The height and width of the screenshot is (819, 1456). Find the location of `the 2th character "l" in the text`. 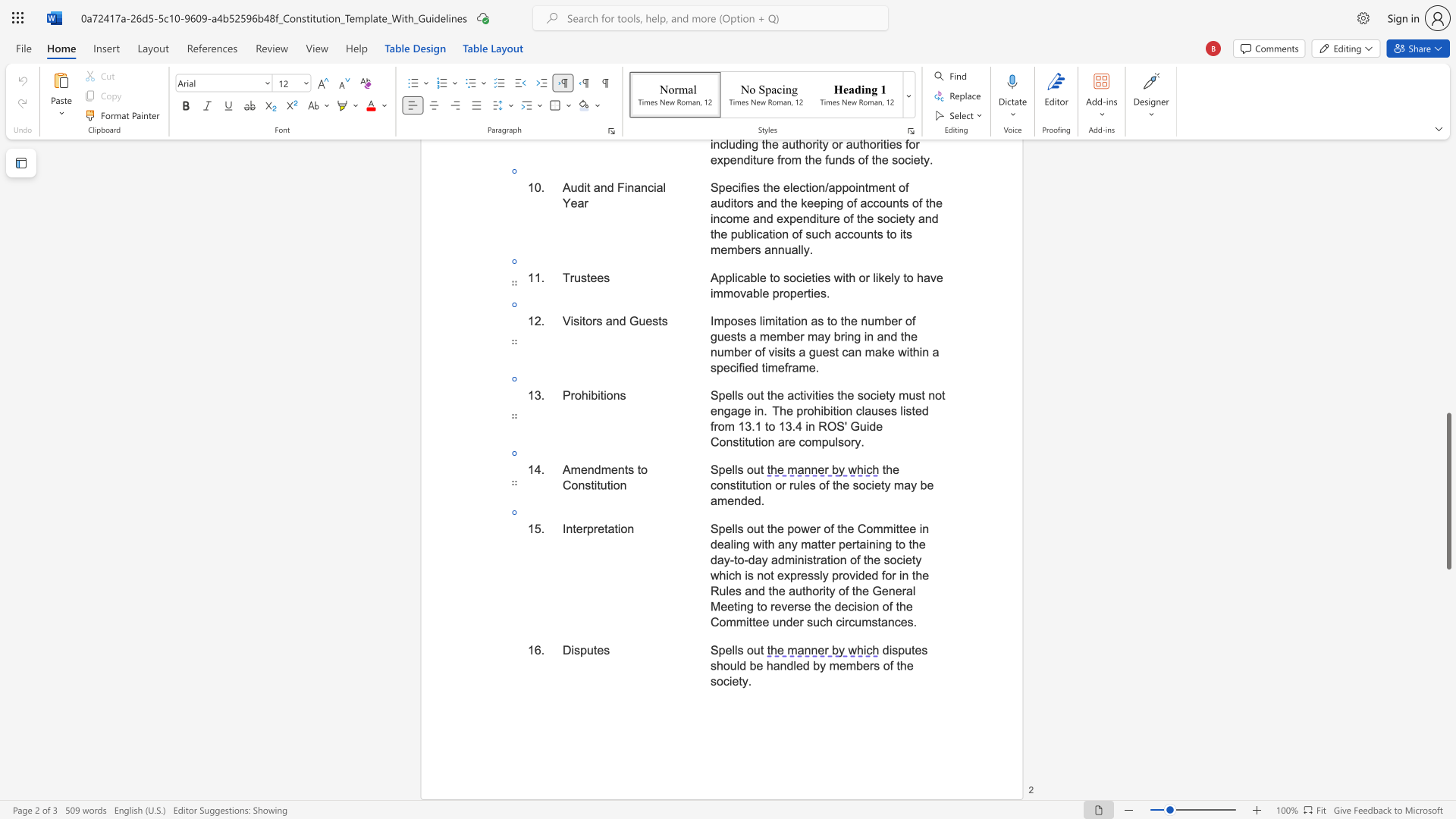

the 2th character "l" in the text is located at coordinates (736, 469).